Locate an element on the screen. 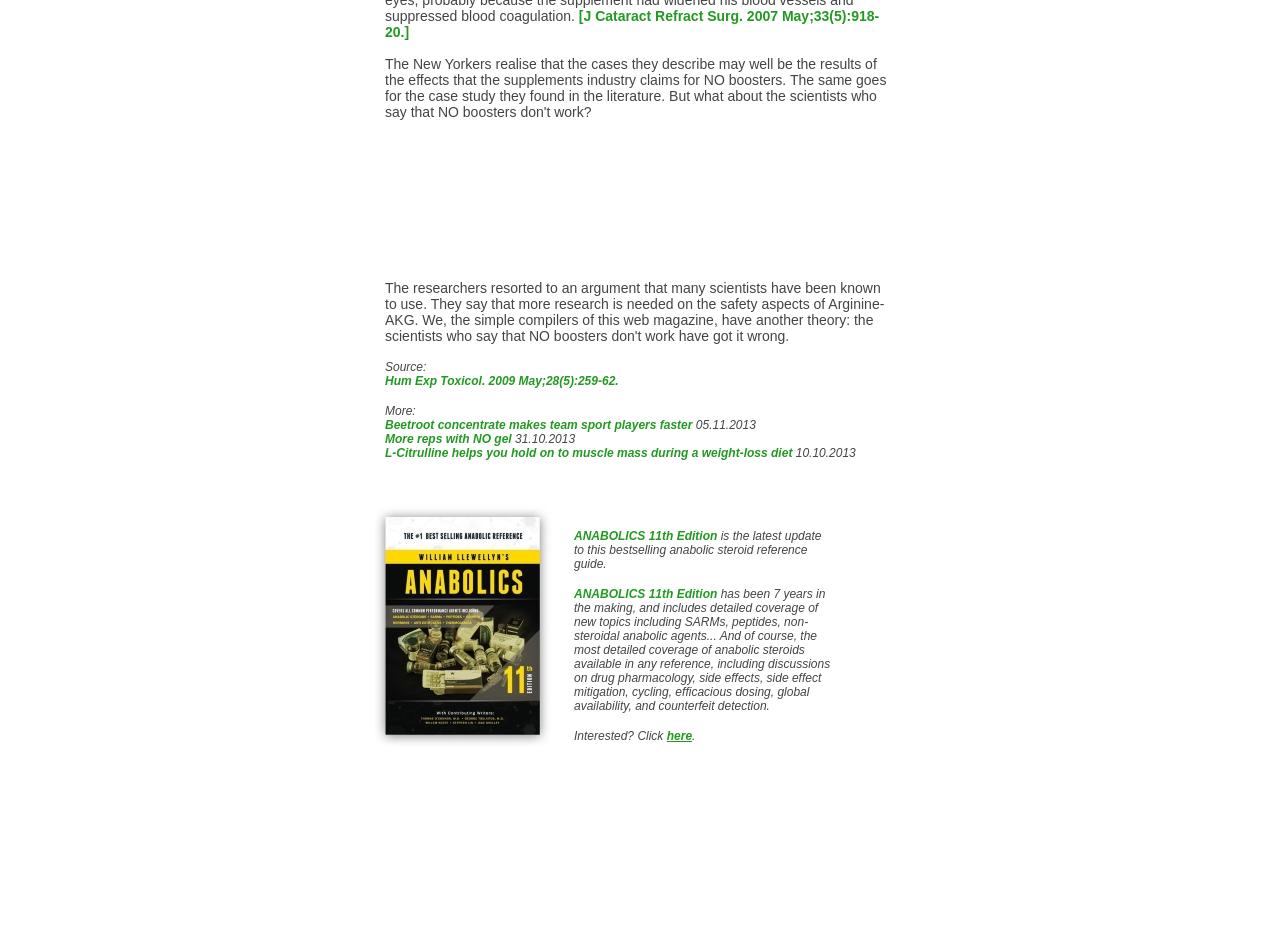  'Beetroot concentrate makes team sport players faster' is located at coordinates (538, 424).